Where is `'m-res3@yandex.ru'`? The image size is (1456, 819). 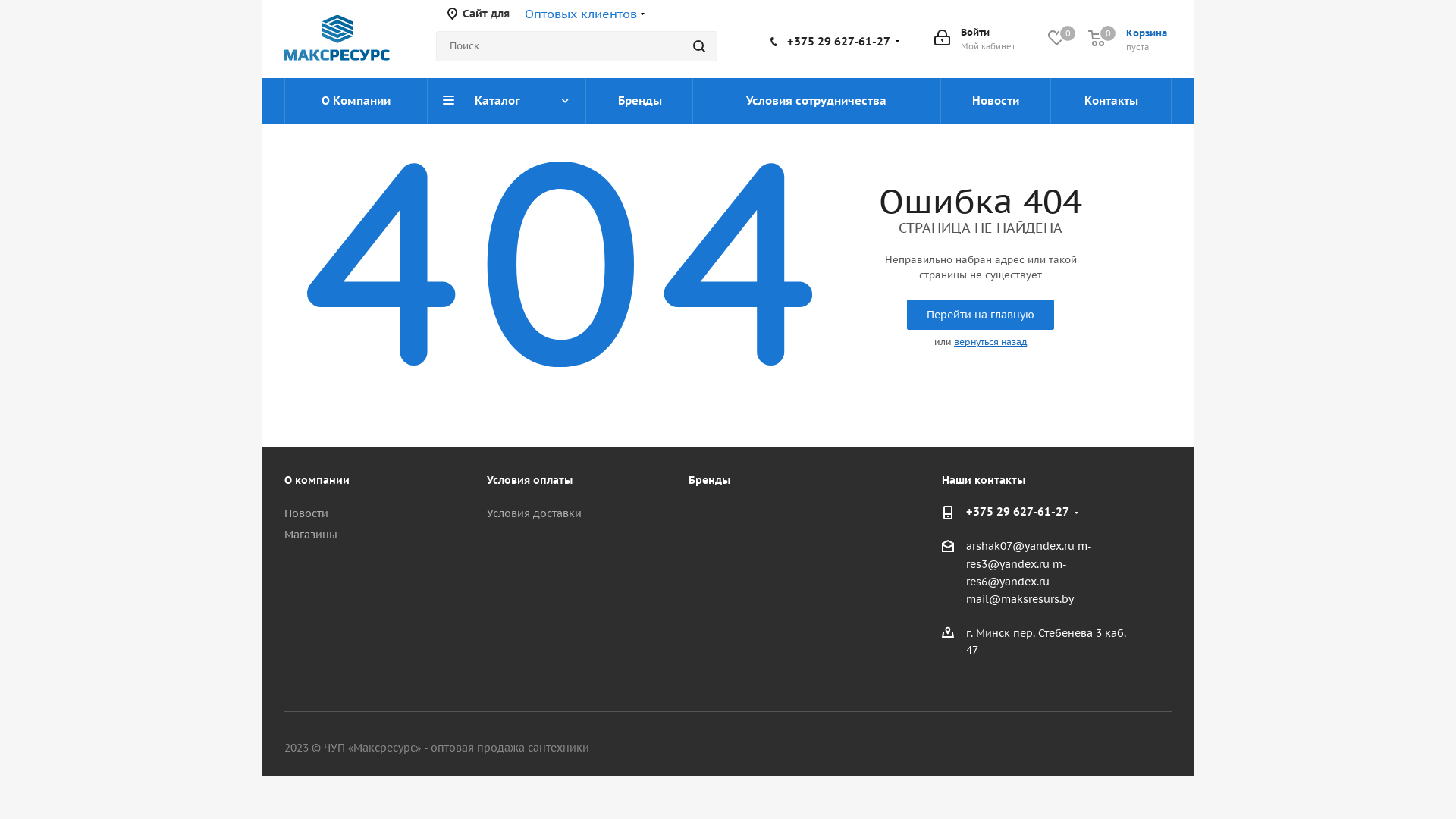
'm-res3@yandex.ru' is located at coordinates (1029, 555).